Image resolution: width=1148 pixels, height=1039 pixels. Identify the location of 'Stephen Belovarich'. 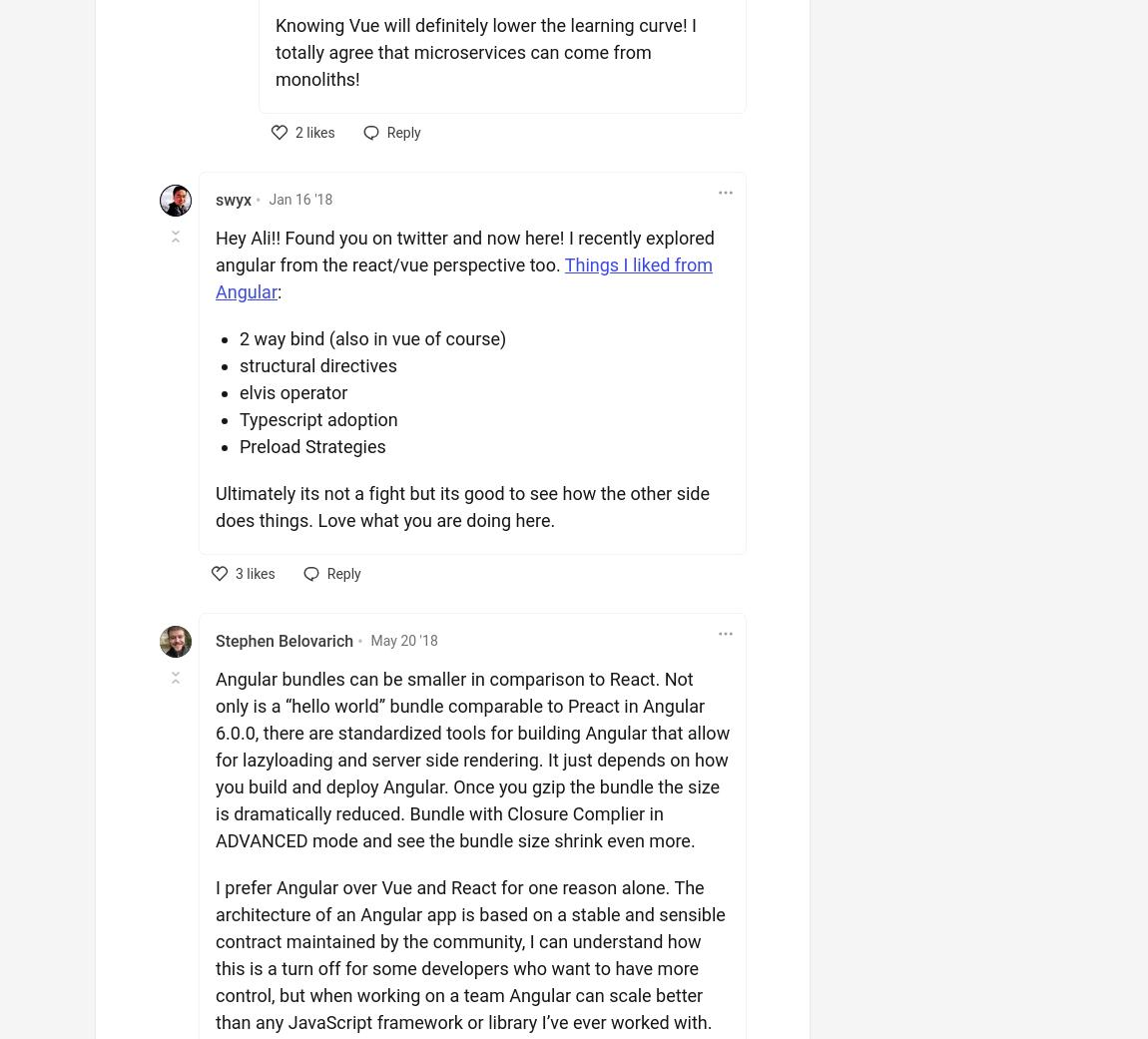
(283, 639).